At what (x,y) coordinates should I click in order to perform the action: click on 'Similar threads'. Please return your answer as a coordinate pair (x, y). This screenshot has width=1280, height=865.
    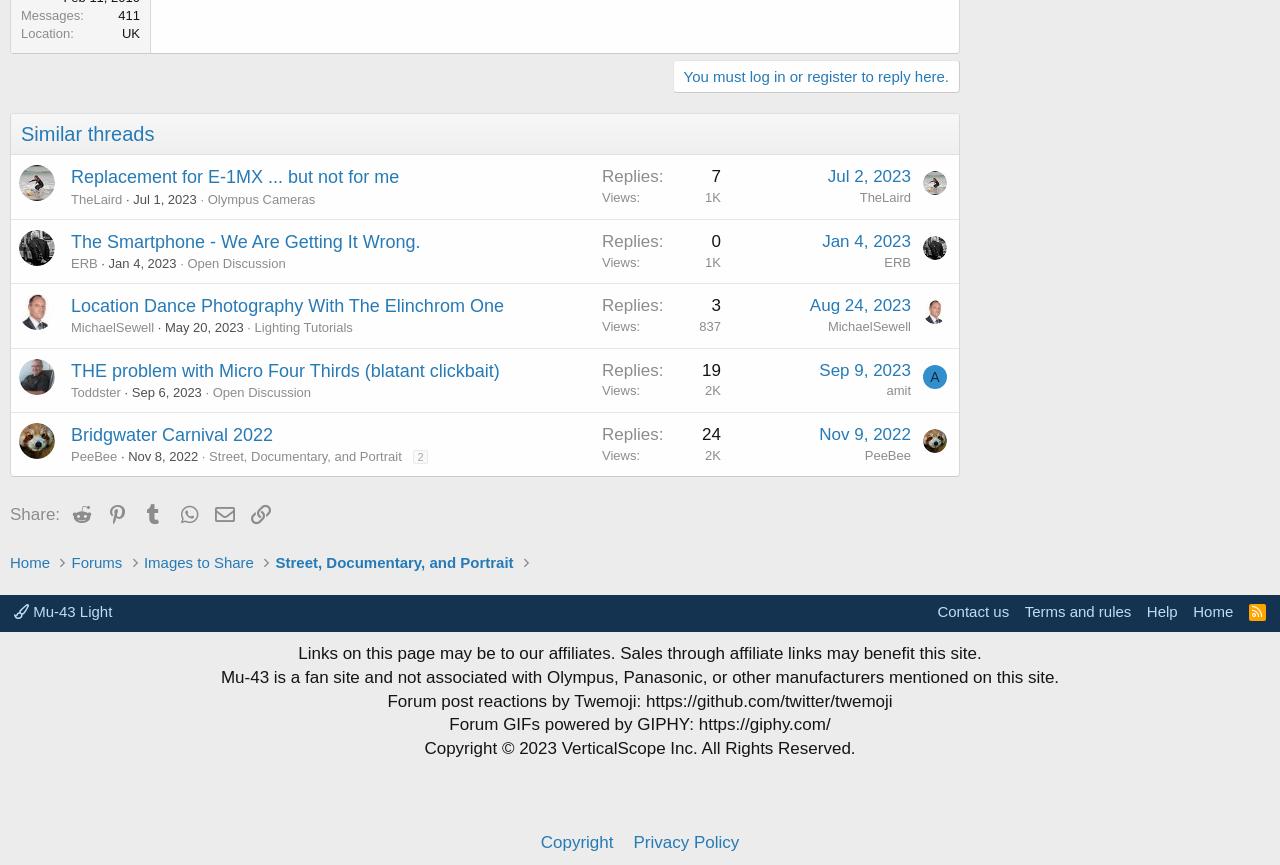
    Looking at the image, I should click on (86, 133).